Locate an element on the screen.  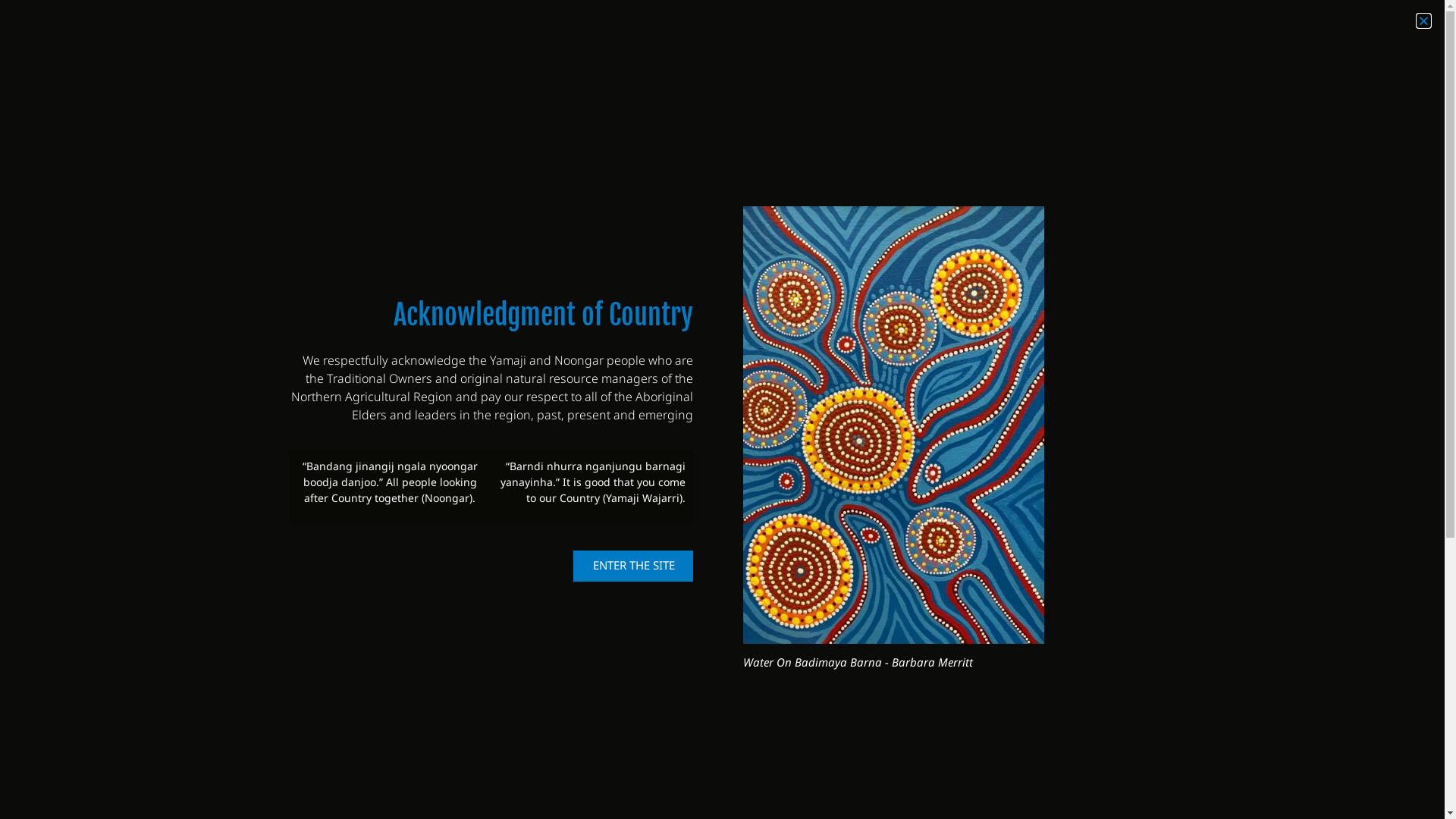
'REPORT CARD' is located at coordinates (1012, 78).